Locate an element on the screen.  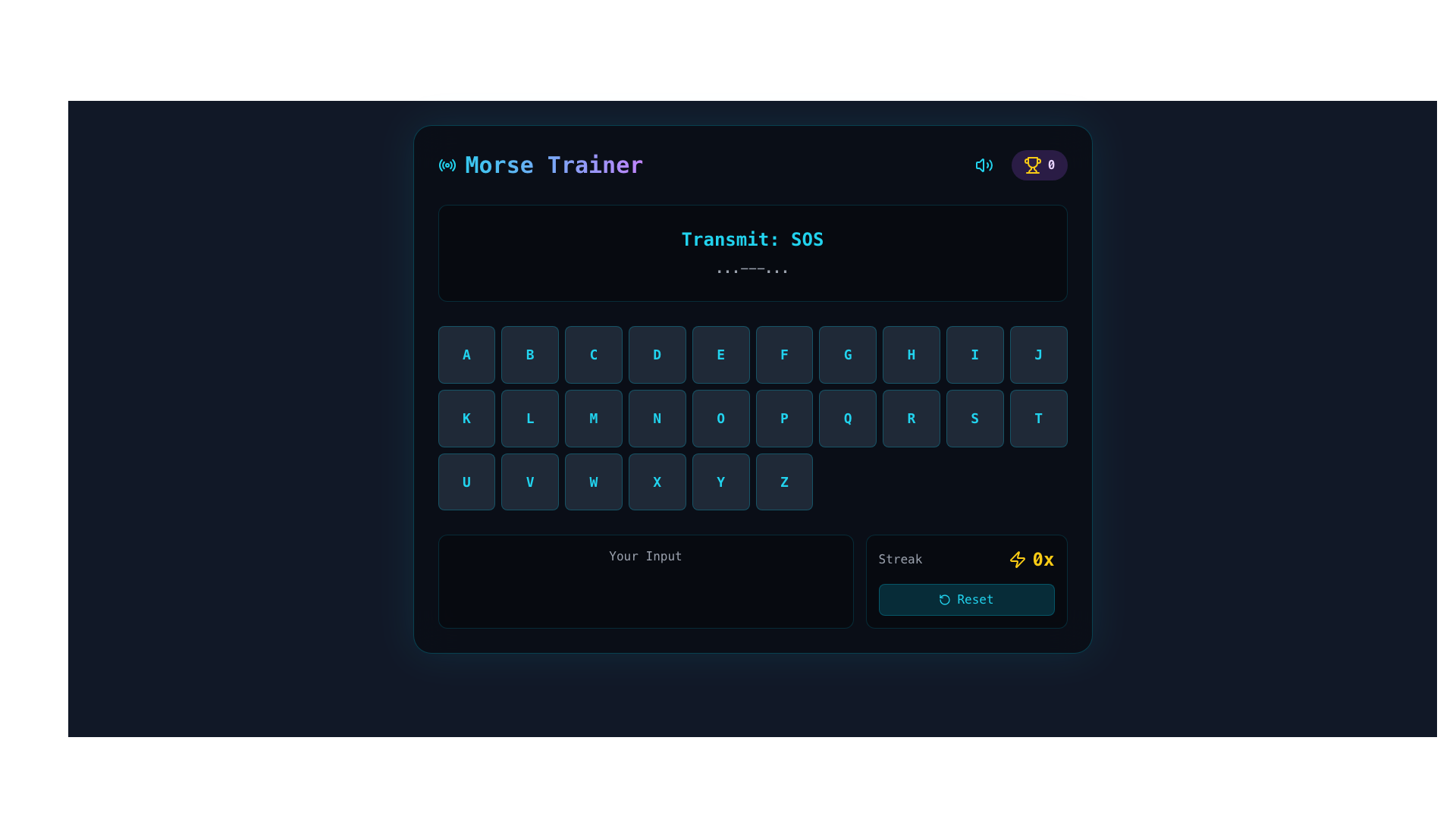
the selectable button representing the letter 'K' in the alphabet grid, located in the second row and first column is located at coordinates (466, 418).